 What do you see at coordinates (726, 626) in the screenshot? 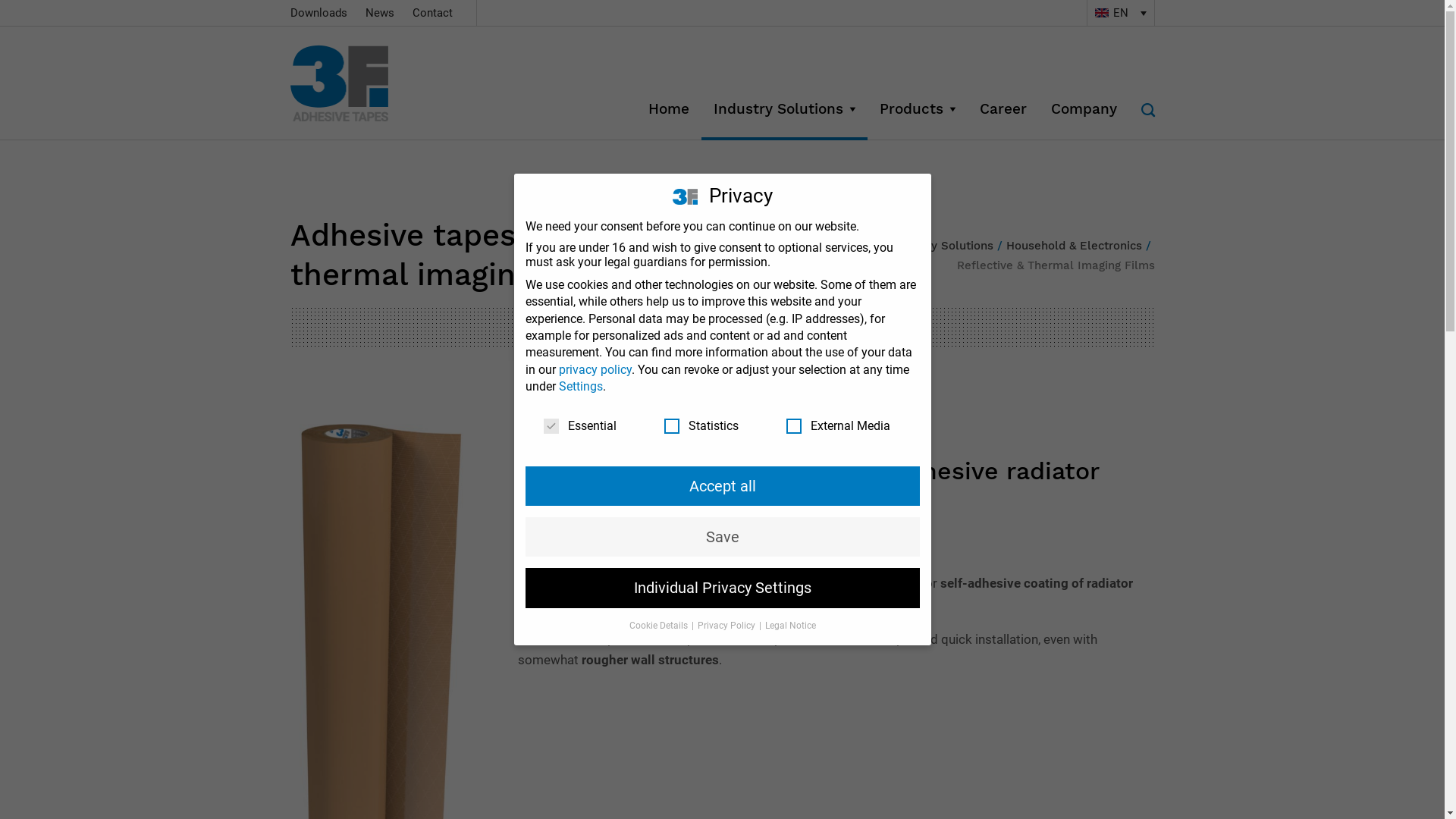
I see `'Privacy Policy'` at bounding box center [726, 626].